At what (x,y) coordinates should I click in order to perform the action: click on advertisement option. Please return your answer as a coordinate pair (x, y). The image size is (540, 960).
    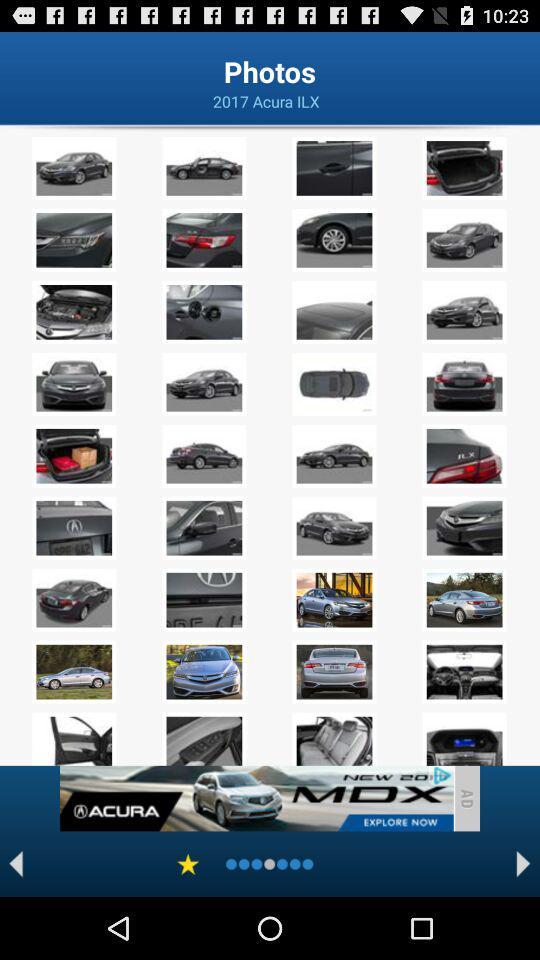
    Looking at the image, I should click on (256, 798).